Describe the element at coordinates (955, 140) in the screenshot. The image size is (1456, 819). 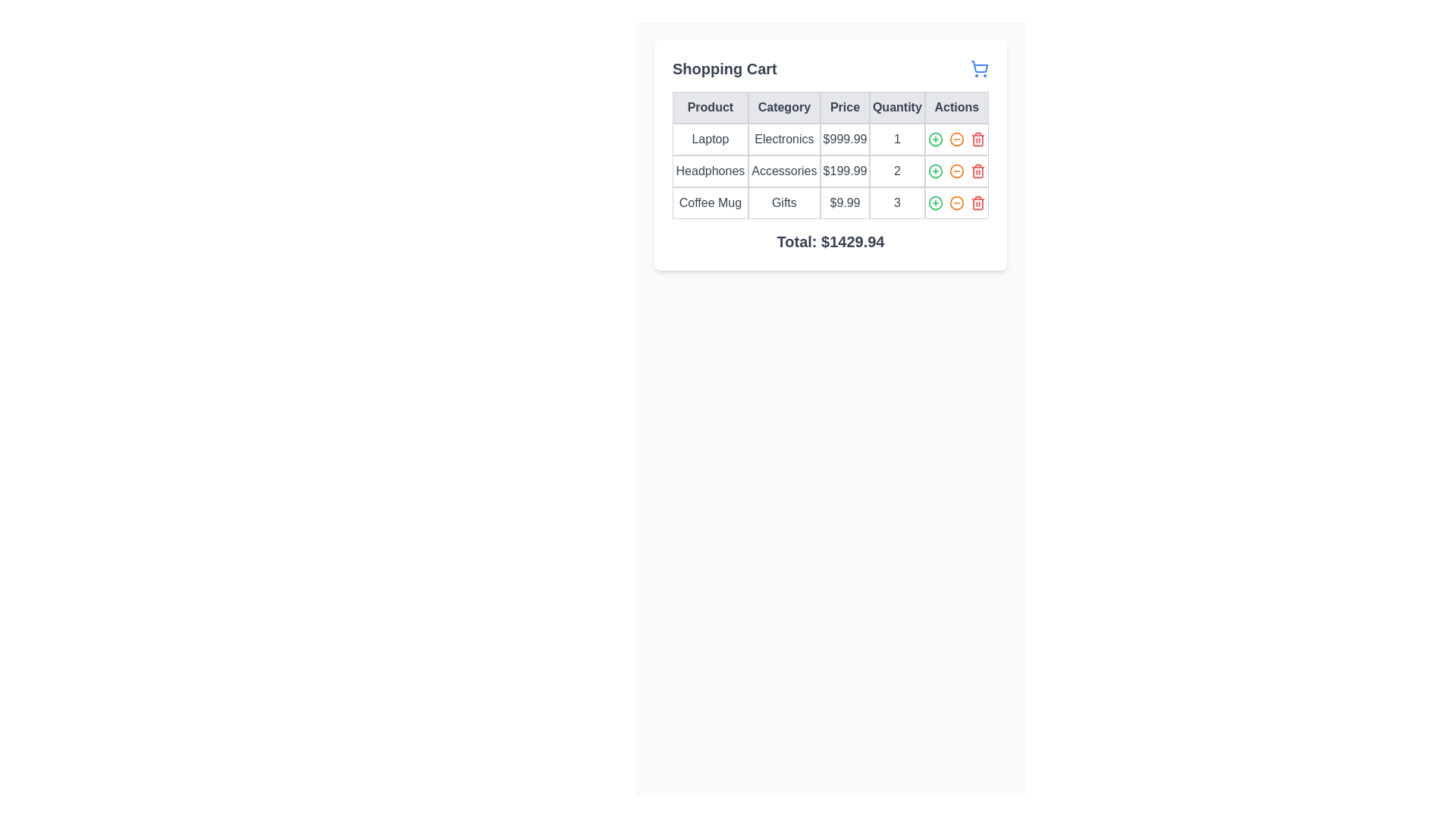
I see `the button in the 'Actions' column of the shopping cart table to decrease the quantity of the 'Laptop' item` at that location.